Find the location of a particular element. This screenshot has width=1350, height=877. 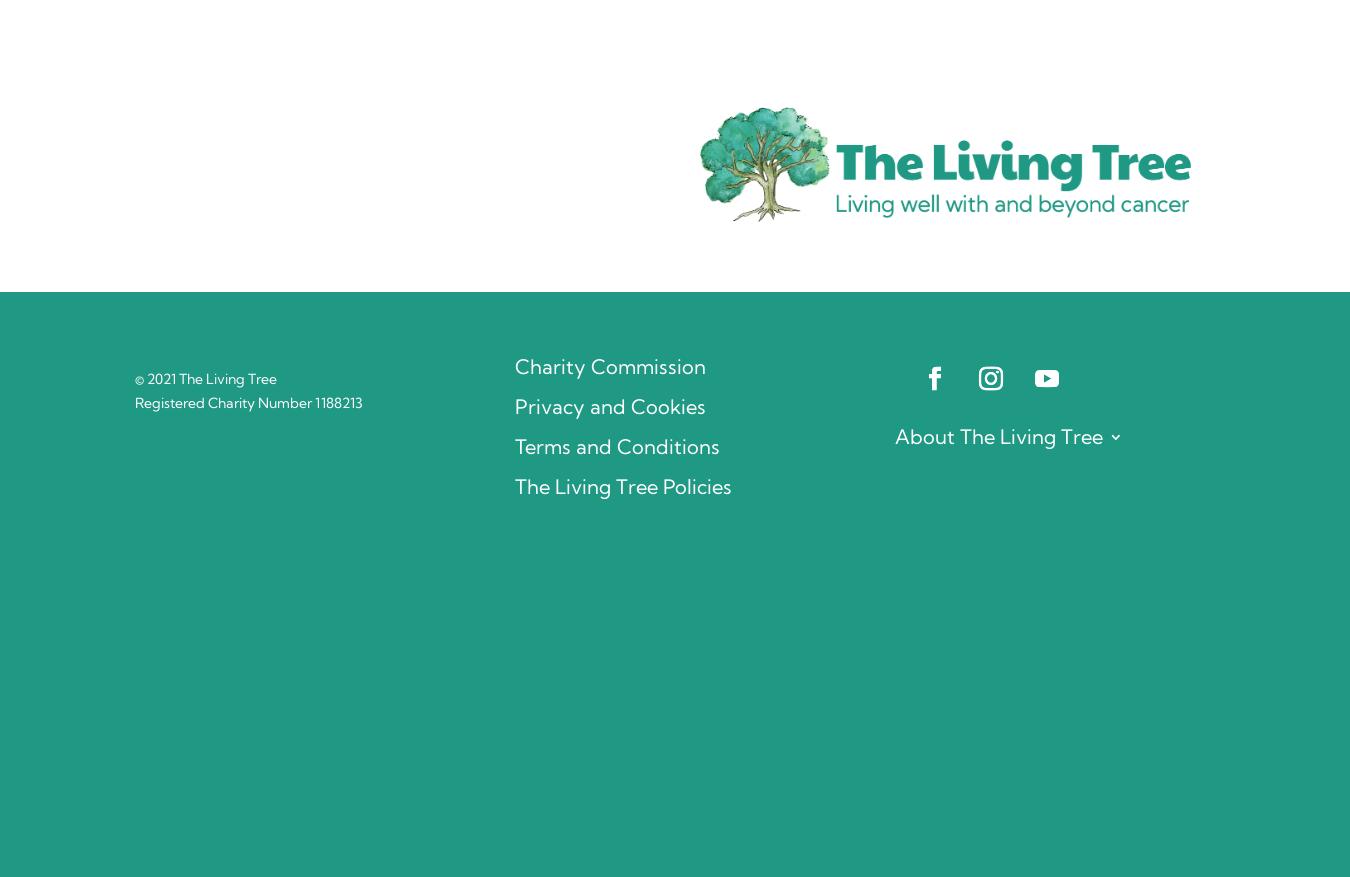

'About The Living Tree' is located at coordinates (997, 435).